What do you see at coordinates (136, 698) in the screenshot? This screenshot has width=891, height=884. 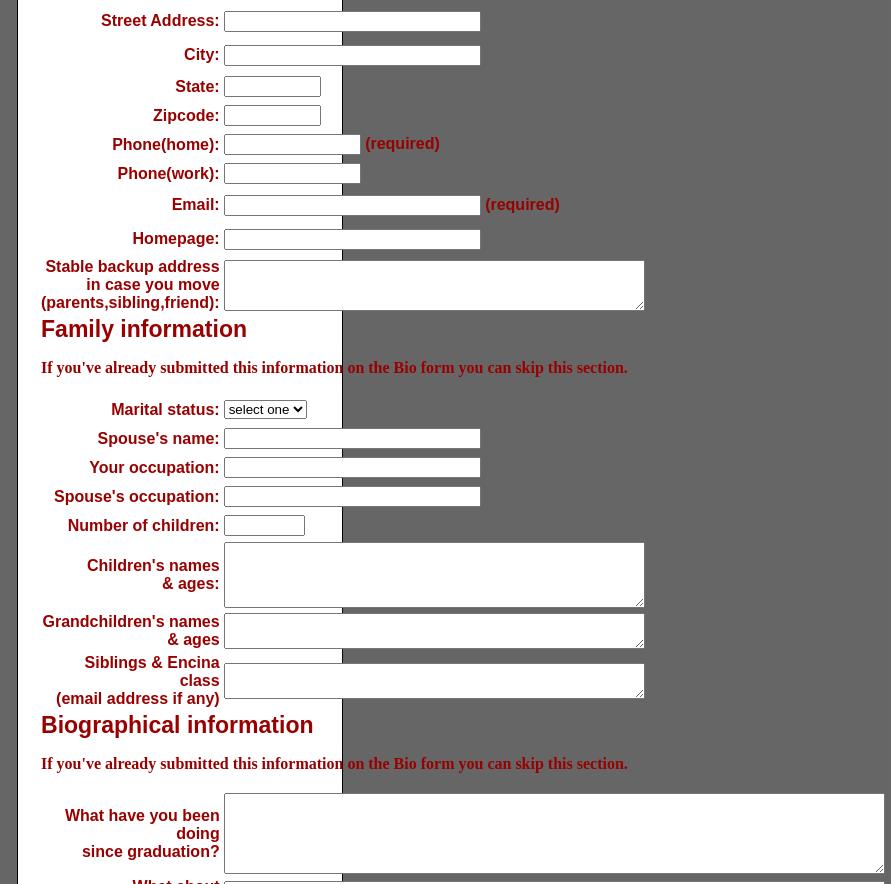 I see `'(email address if any)'` at bounding box center [136, 698].